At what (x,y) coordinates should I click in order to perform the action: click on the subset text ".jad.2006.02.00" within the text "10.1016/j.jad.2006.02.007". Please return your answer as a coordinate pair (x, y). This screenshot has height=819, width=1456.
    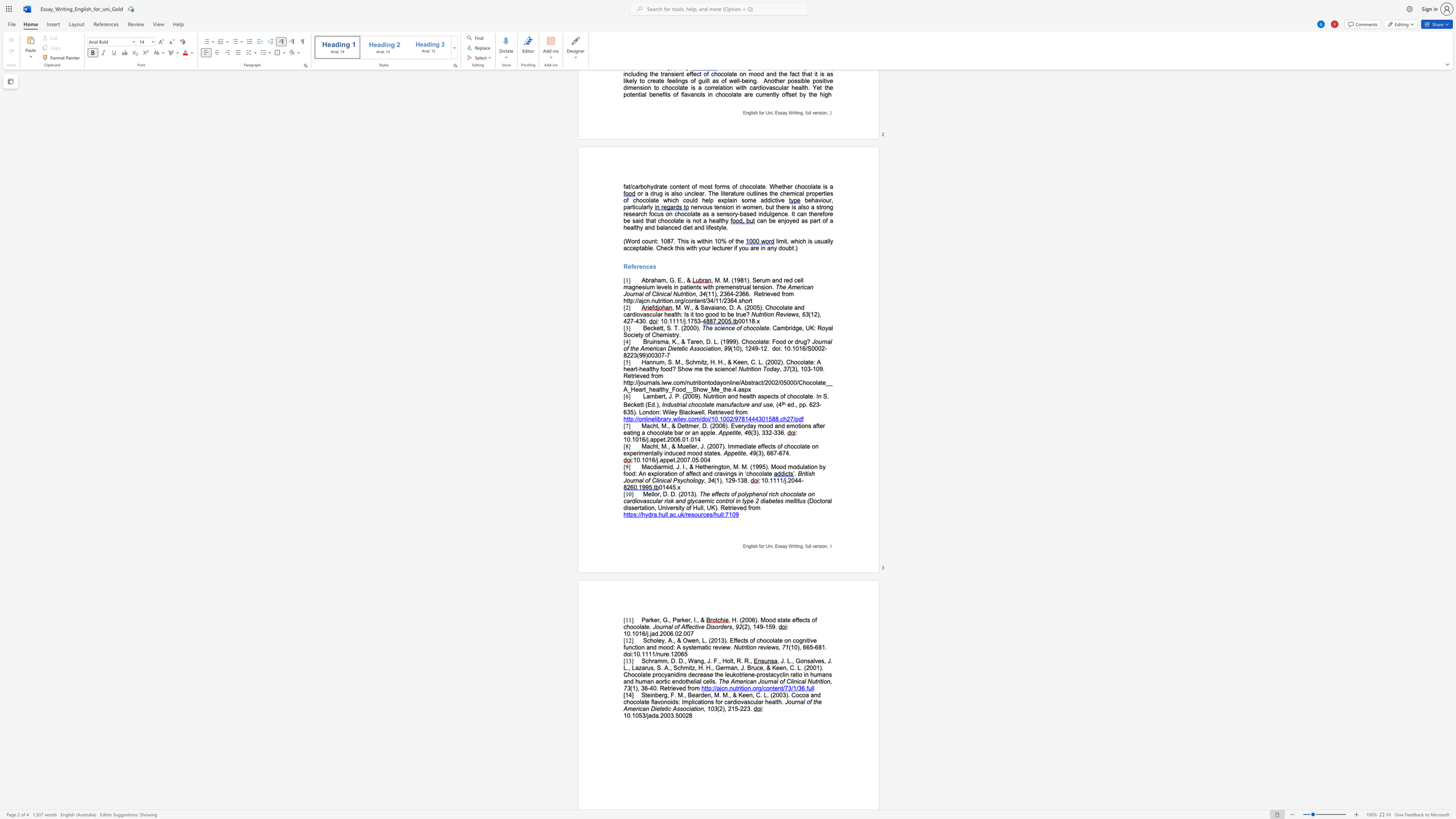
    Looking at the image, I should click on (648, 634).